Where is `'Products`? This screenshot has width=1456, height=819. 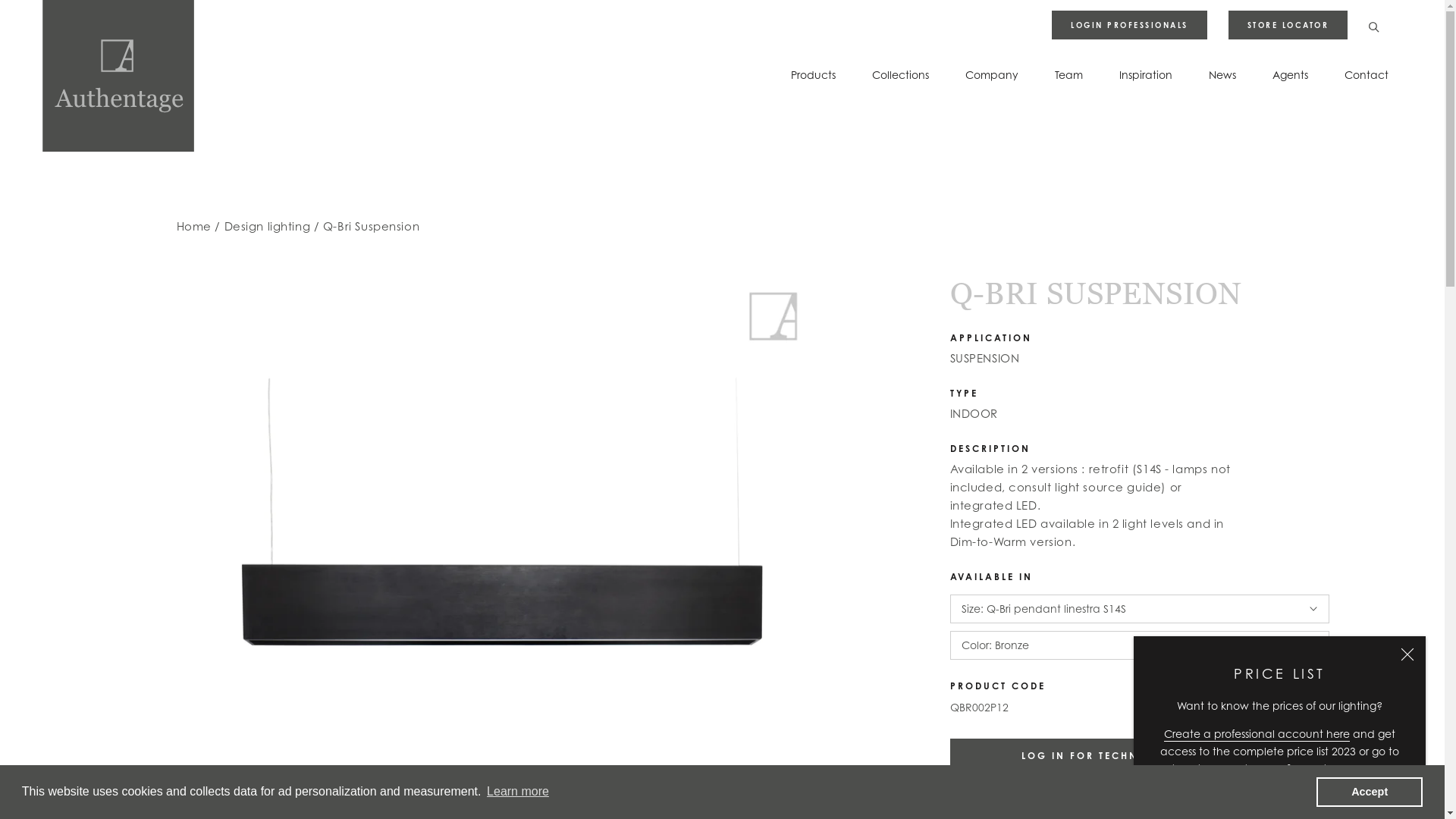
'Products is located at coordinates (789, 74).